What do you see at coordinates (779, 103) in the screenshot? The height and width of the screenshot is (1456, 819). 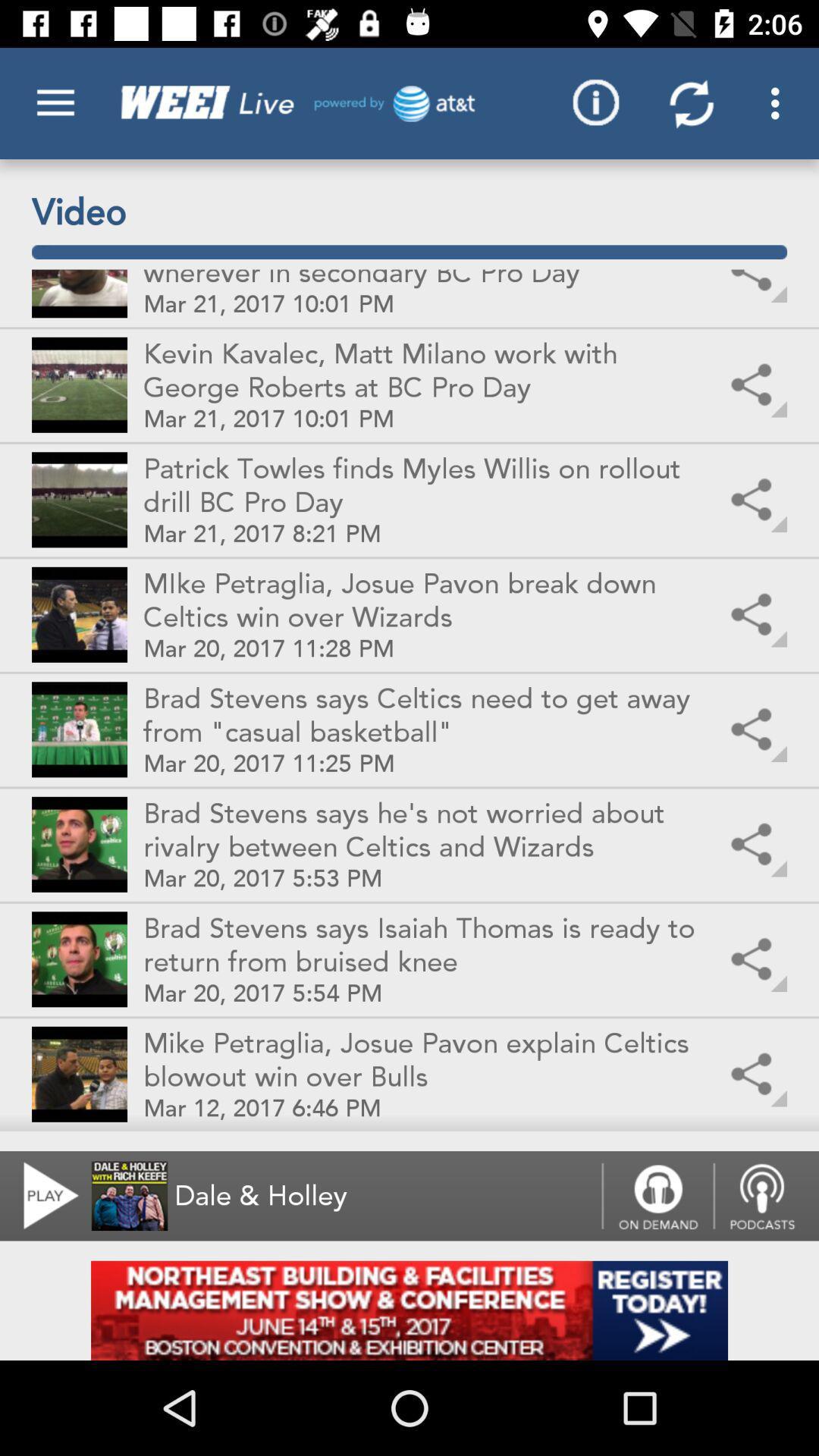 I see `the top right corner option` at bounding box center [779, 103].